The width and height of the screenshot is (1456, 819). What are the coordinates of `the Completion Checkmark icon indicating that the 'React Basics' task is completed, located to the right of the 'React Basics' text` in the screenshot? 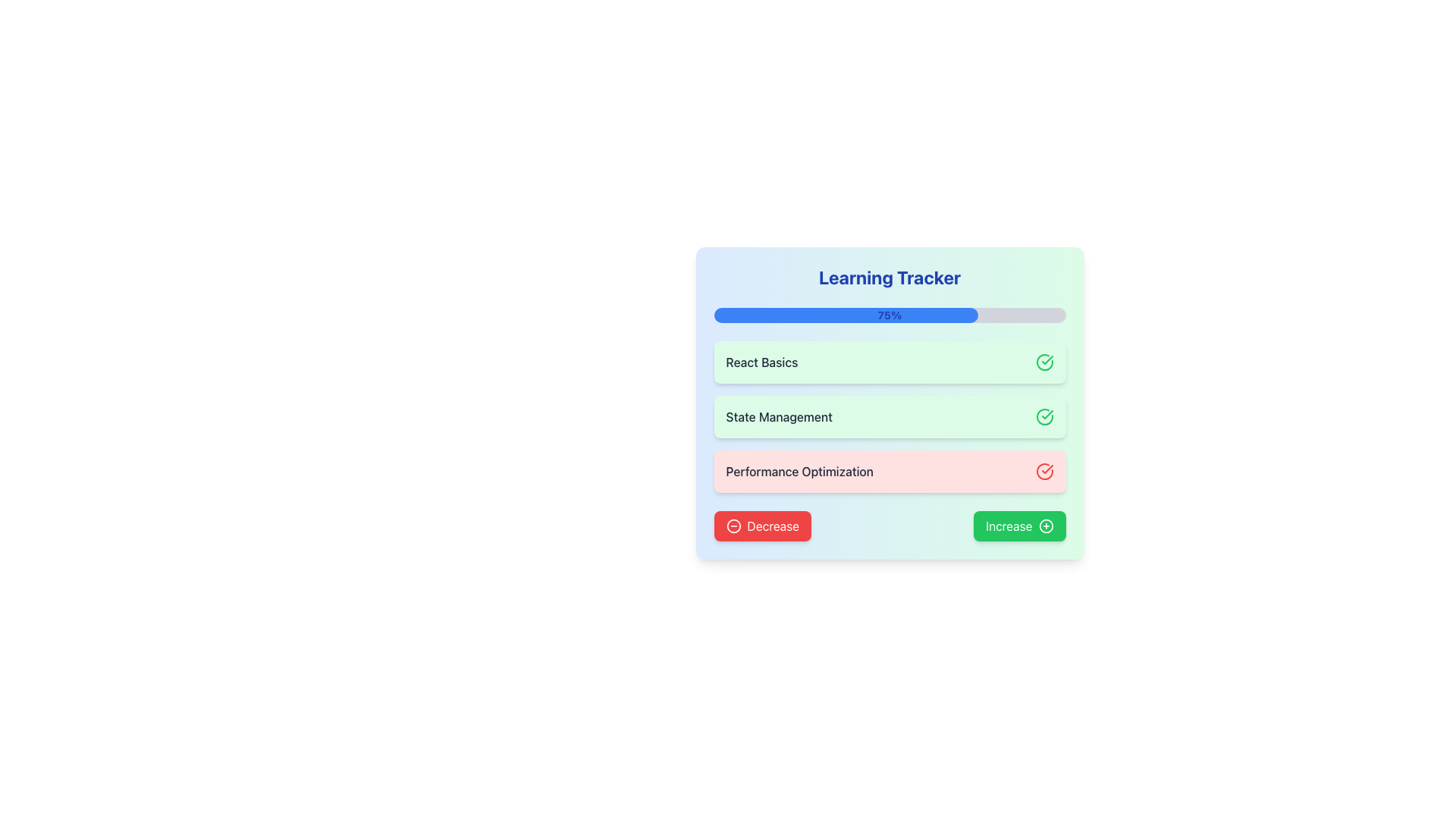 It's located at (1043, 362).